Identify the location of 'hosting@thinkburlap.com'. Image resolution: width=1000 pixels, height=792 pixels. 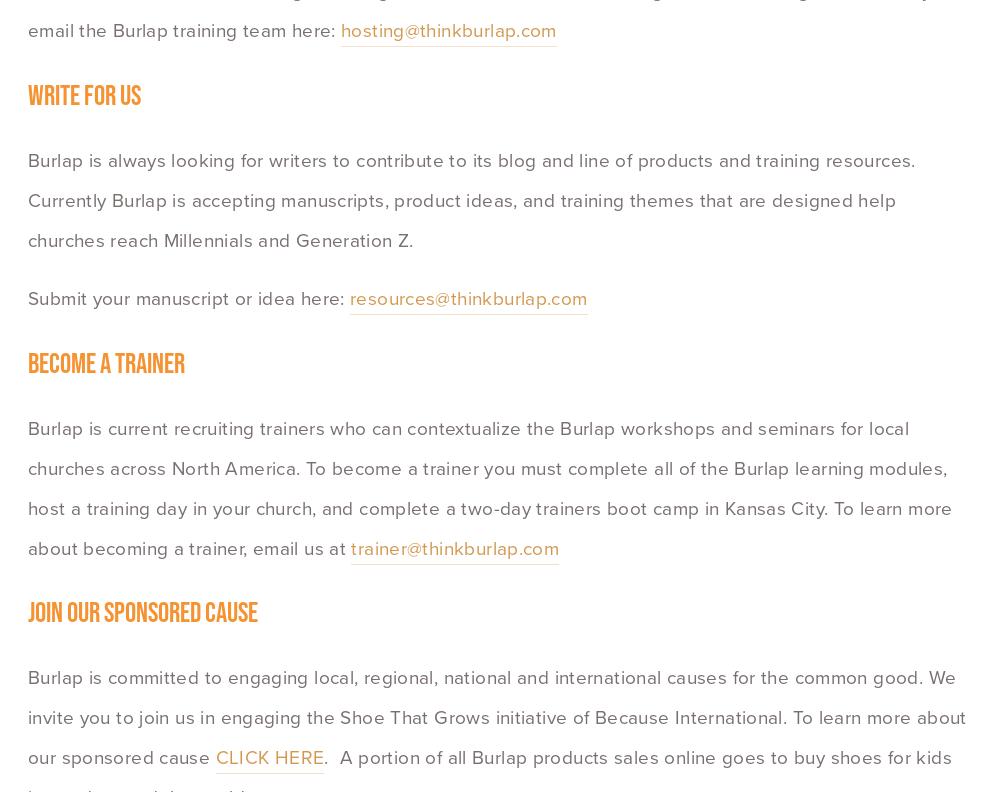
(447, 29).